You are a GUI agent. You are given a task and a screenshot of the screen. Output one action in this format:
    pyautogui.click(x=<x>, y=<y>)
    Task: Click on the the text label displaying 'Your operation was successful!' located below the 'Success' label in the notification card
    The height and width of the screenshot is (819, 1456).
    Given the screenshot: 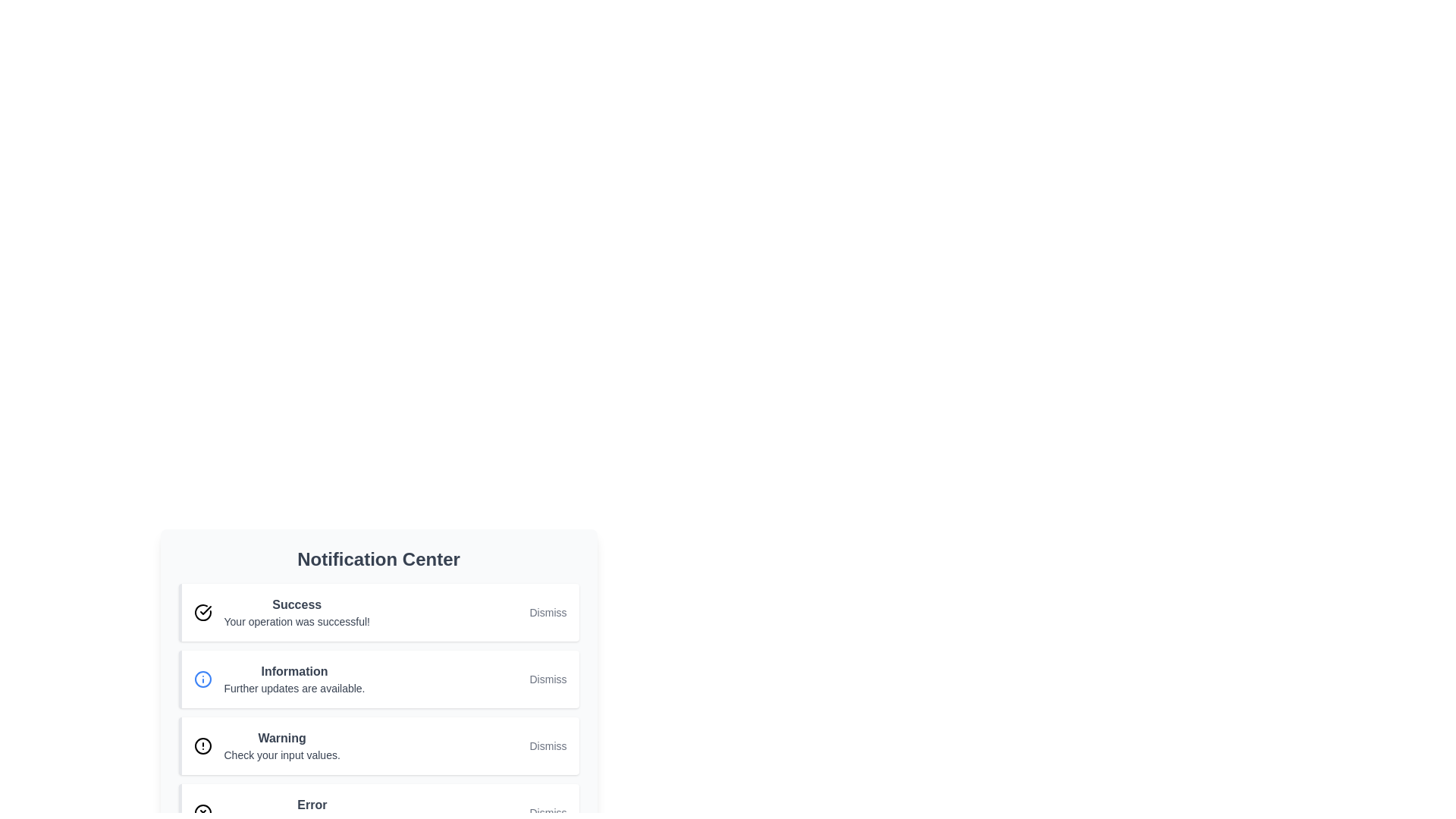 What is the action you would take?
    pyautogui.click(x=297, y=622)
    